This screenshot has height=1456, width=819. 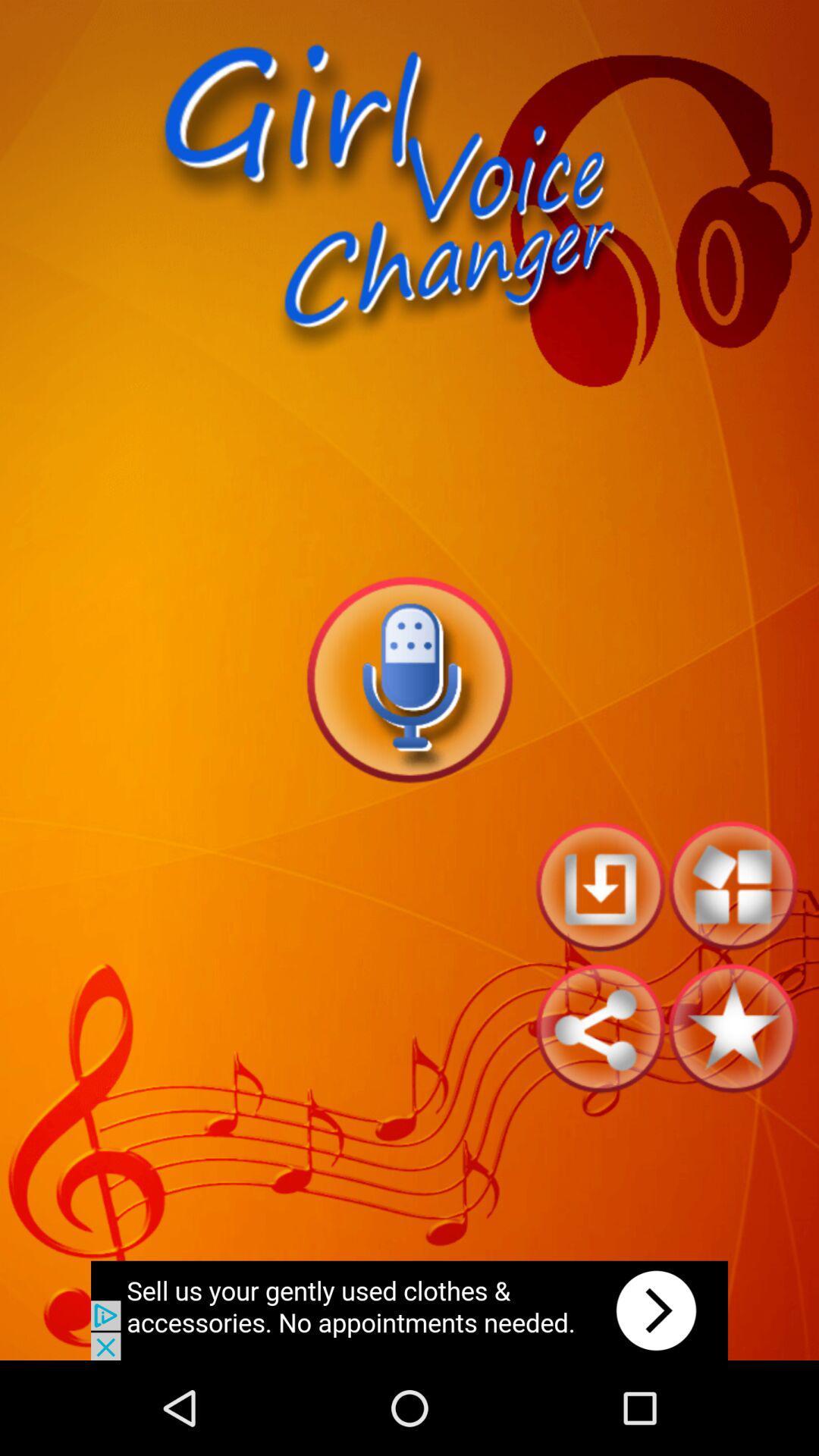 What do you see at coordinates (599, 1028) in the screenshot?
I see `sync` at bounding box center [599, 1028].